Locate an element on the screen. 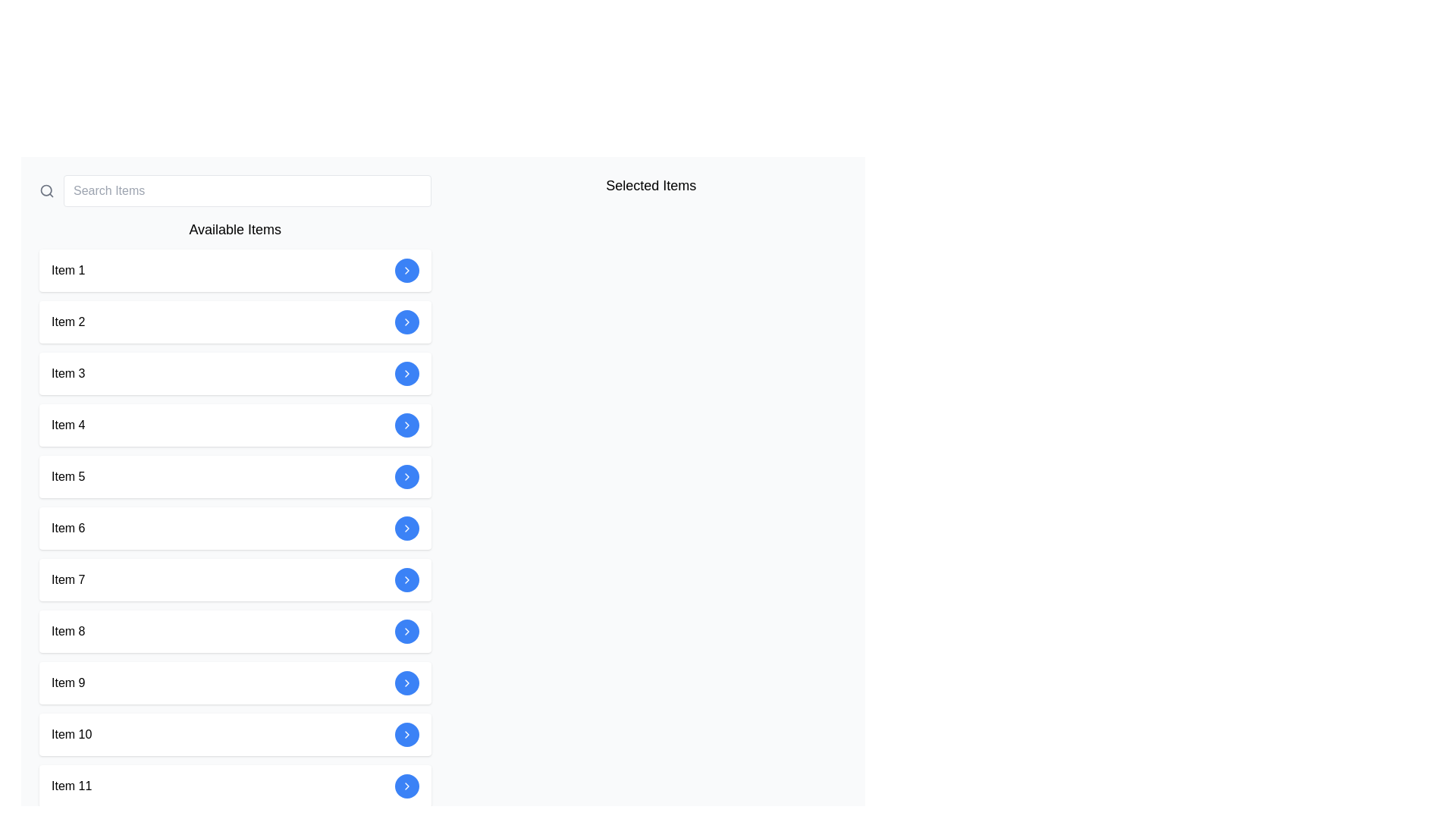 This screenshot has height=819, width=1456. the right-facing chevron icon located at the right side of the 'Item 5' row in the 'Available Items' list is located at coordinates (406, 475).